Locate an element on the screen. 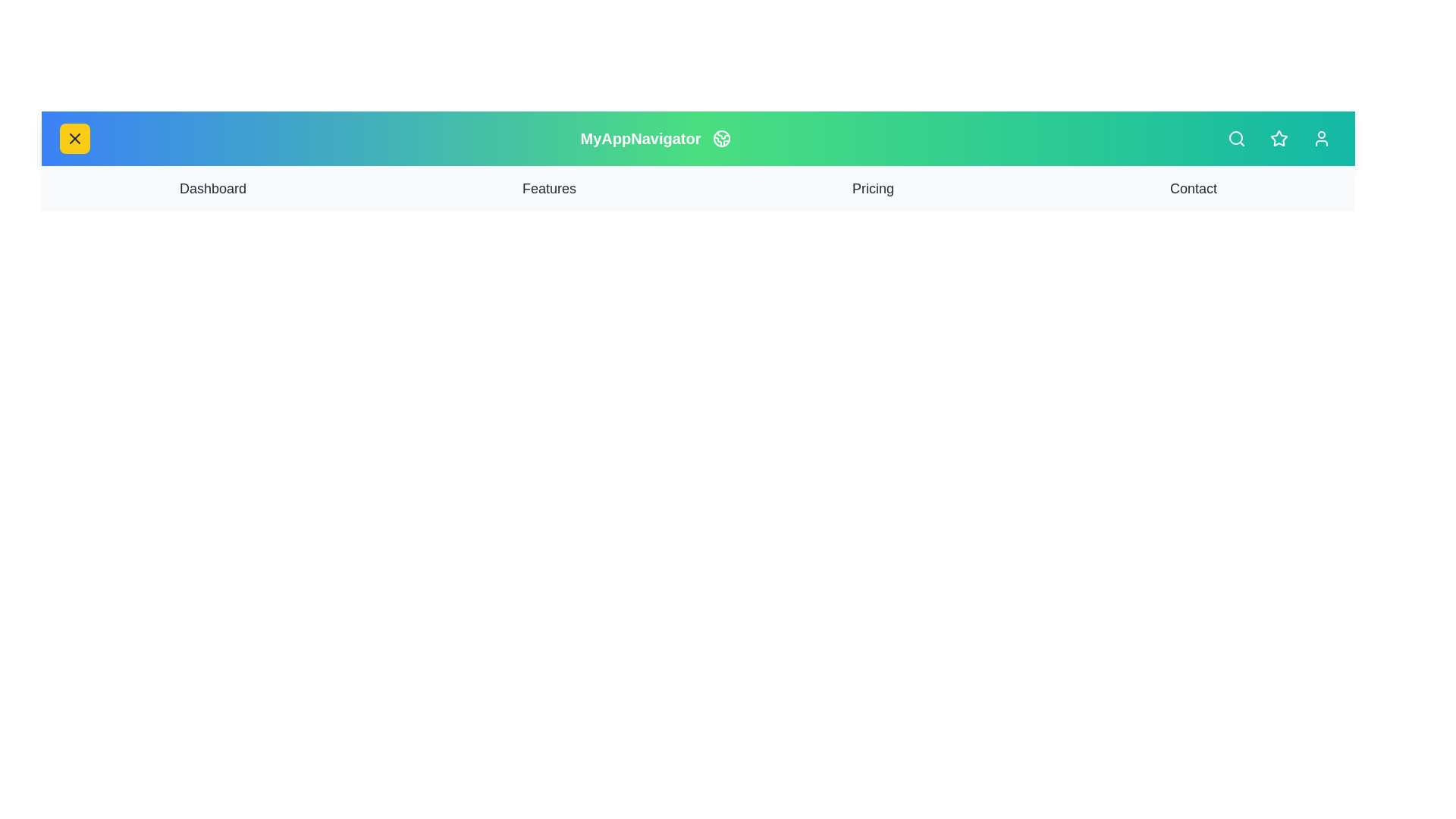 Image resolution: width=1456 pixels, height=819 pixels. the navigation link labeled Pricing is located at coordinates (873, 188).